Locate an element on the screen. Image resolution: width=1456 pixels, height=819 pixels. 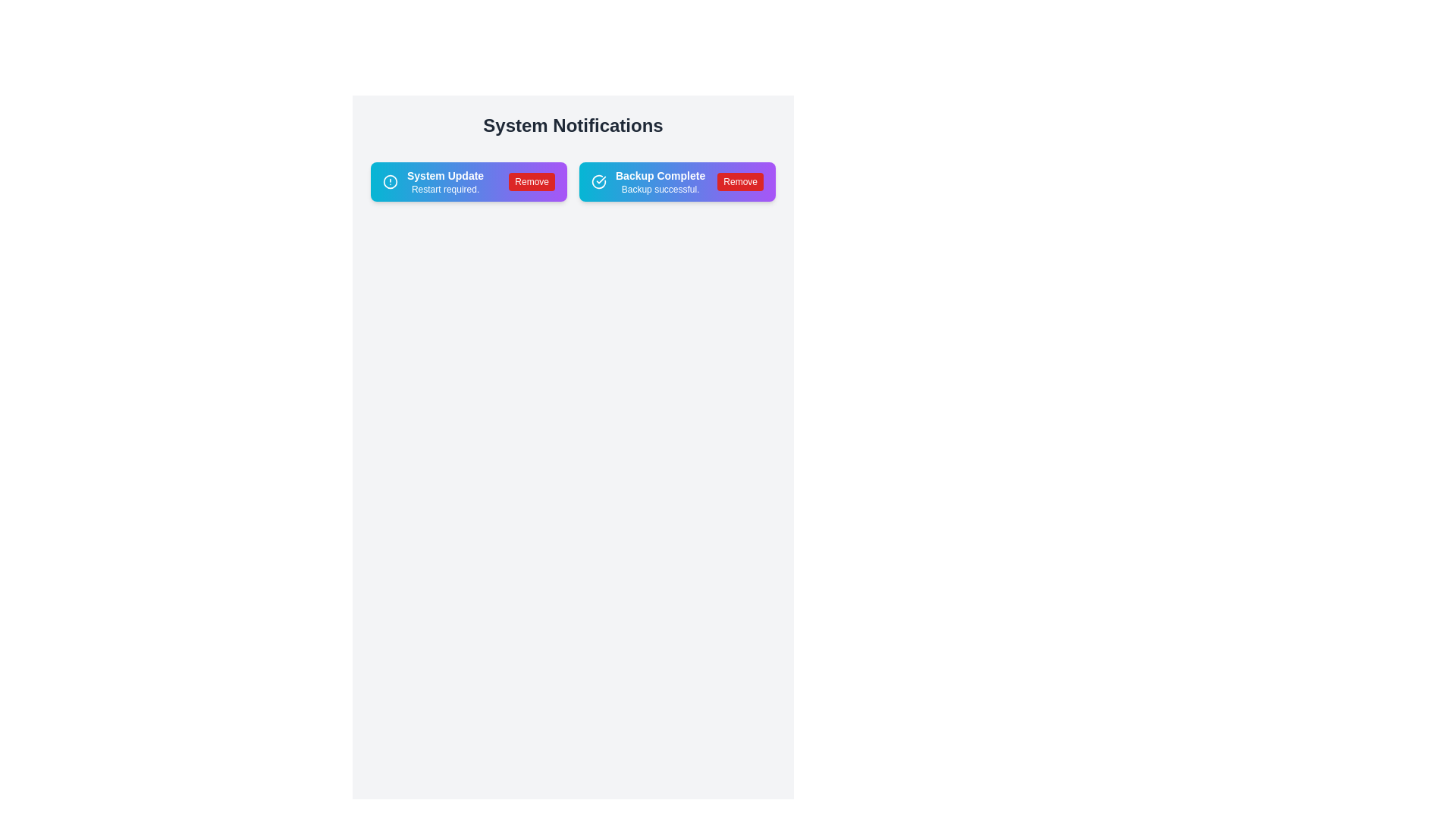
the notification to view its details is located at coordinates (468, 180).